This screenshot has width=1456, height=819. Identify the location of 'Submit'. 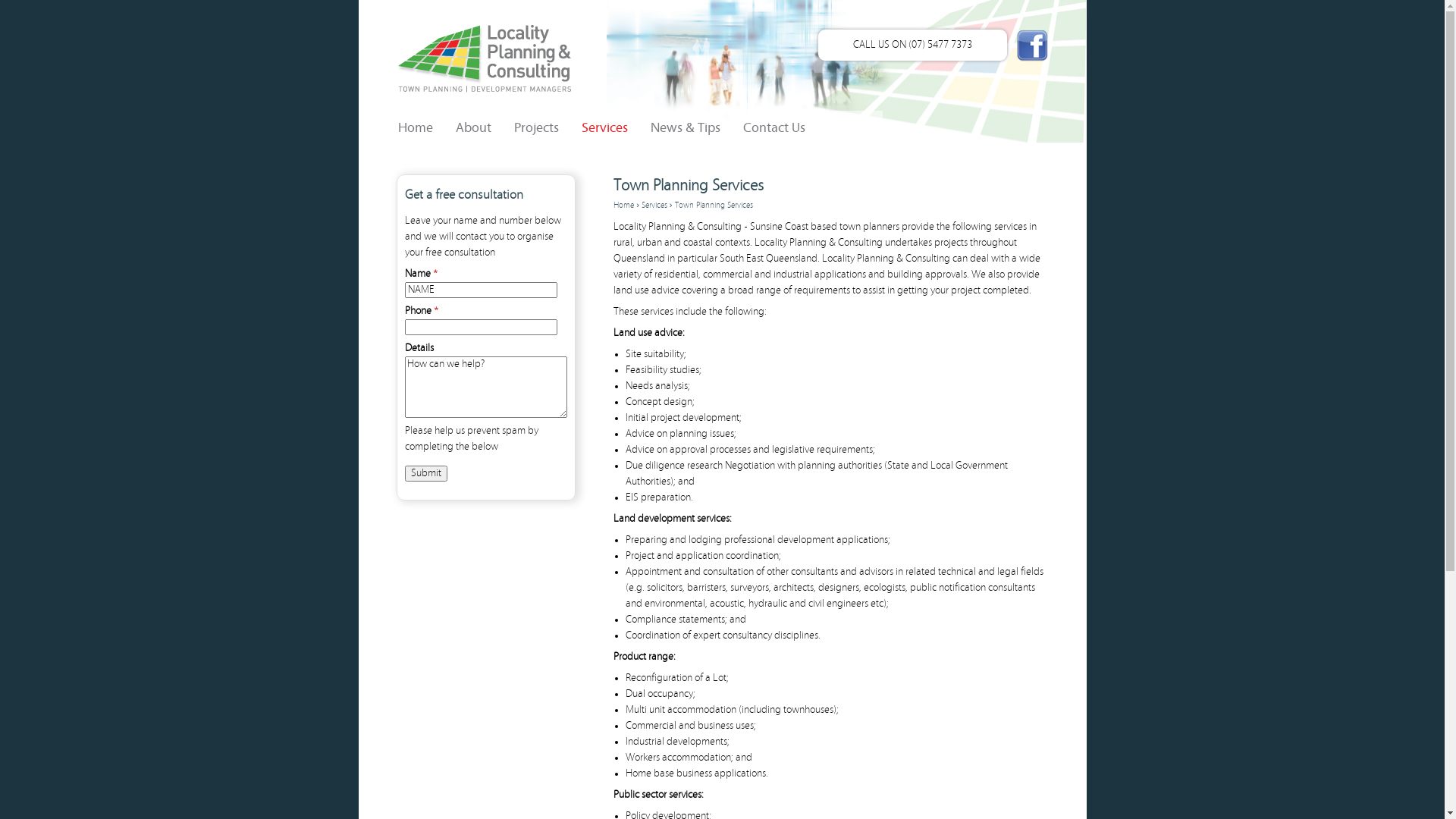
(404, 472).